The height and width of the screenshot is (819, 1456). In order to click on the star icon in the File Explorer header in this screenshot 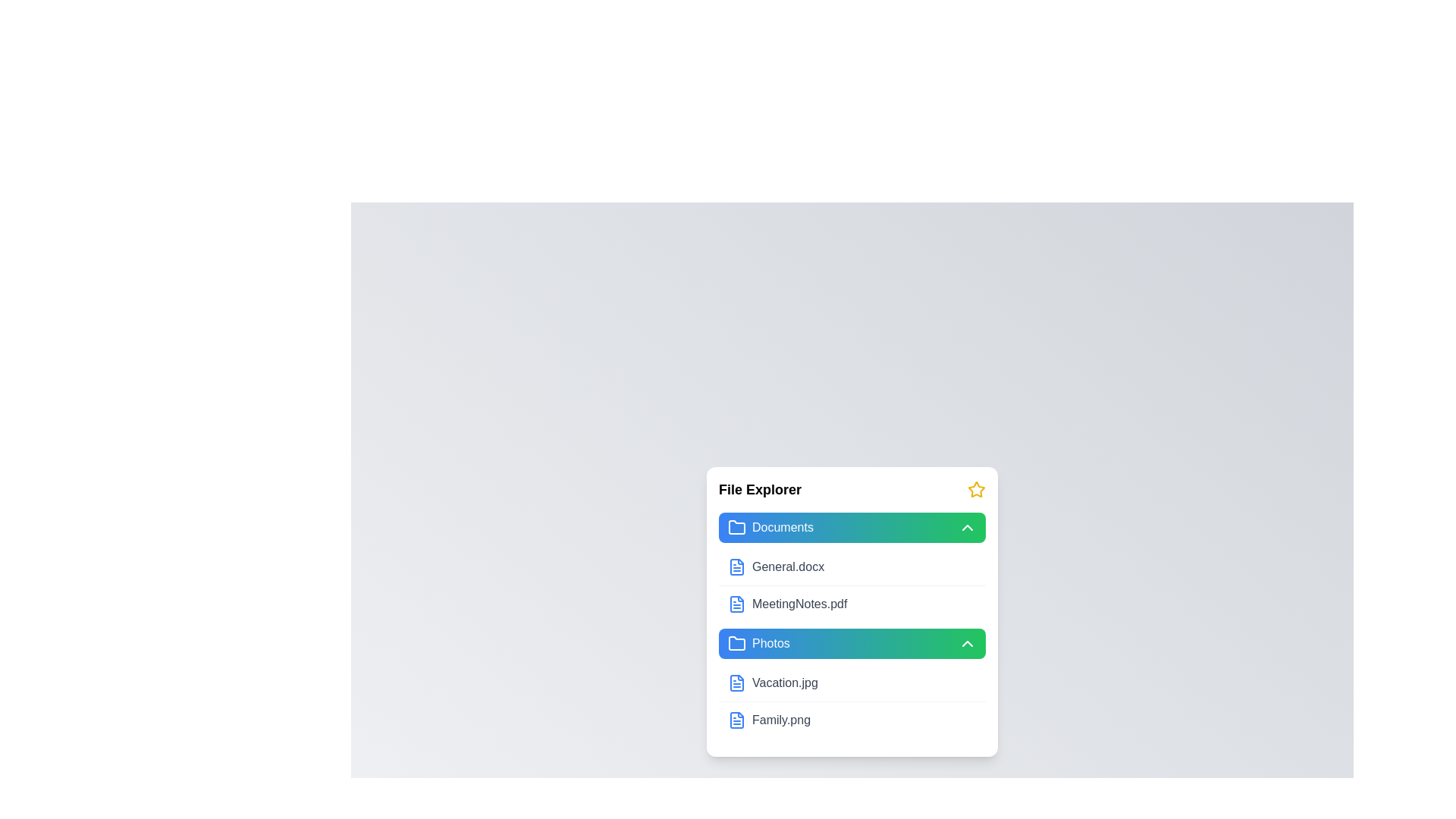, I will do `click(976, 489)`.